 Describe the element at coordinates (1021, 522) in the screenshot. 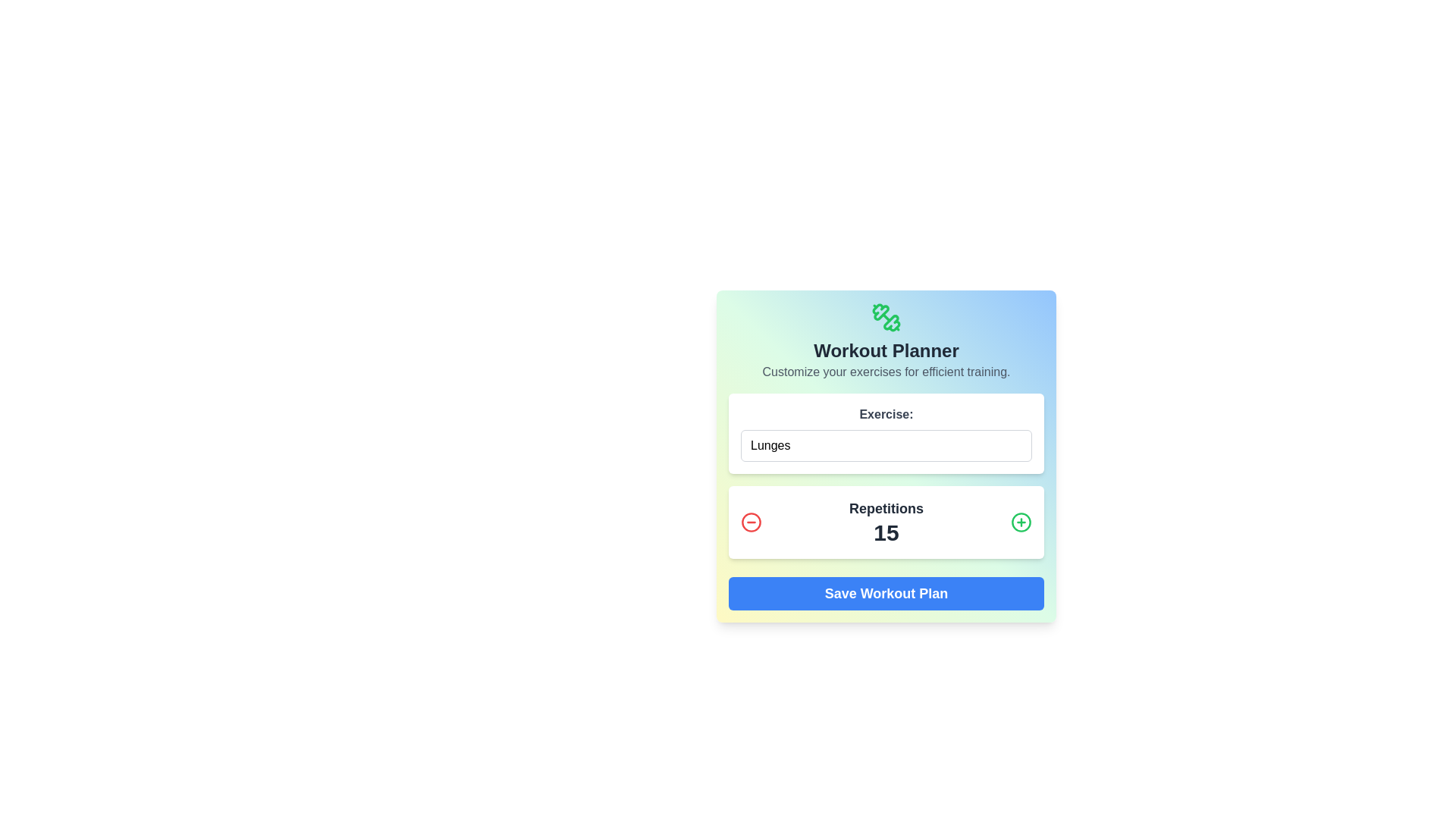

I see `the green circular button with a plus symbol that is aligned with the number '15' in the 'Repetitions' section` at that location.